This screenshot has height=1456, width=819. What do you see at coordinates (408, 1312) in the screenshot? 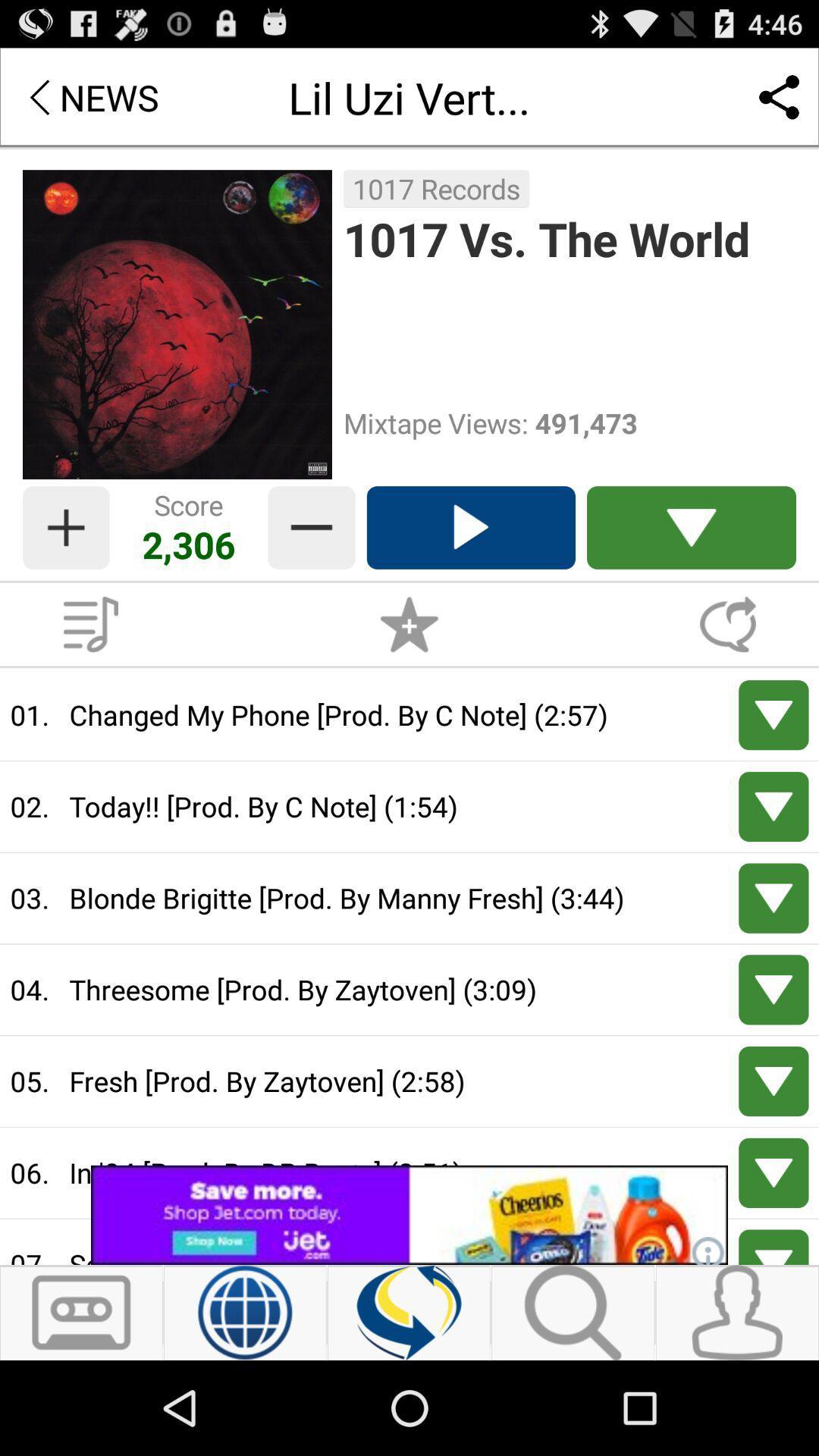
I see `reload` at bounding box center [408, 1312].